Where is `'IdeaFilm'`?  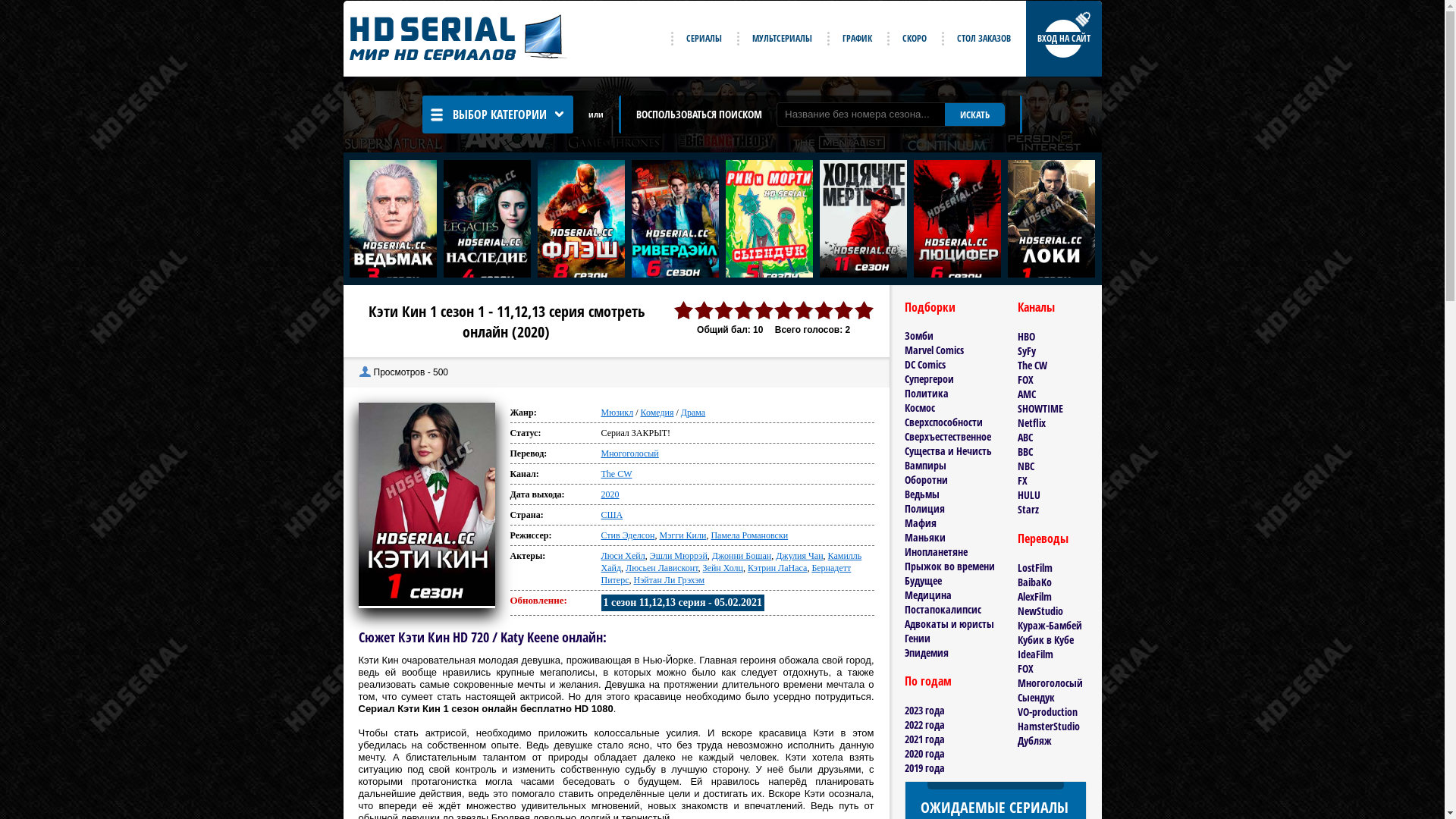 'IdeaFilm' is located at coordinates (1034, 653).